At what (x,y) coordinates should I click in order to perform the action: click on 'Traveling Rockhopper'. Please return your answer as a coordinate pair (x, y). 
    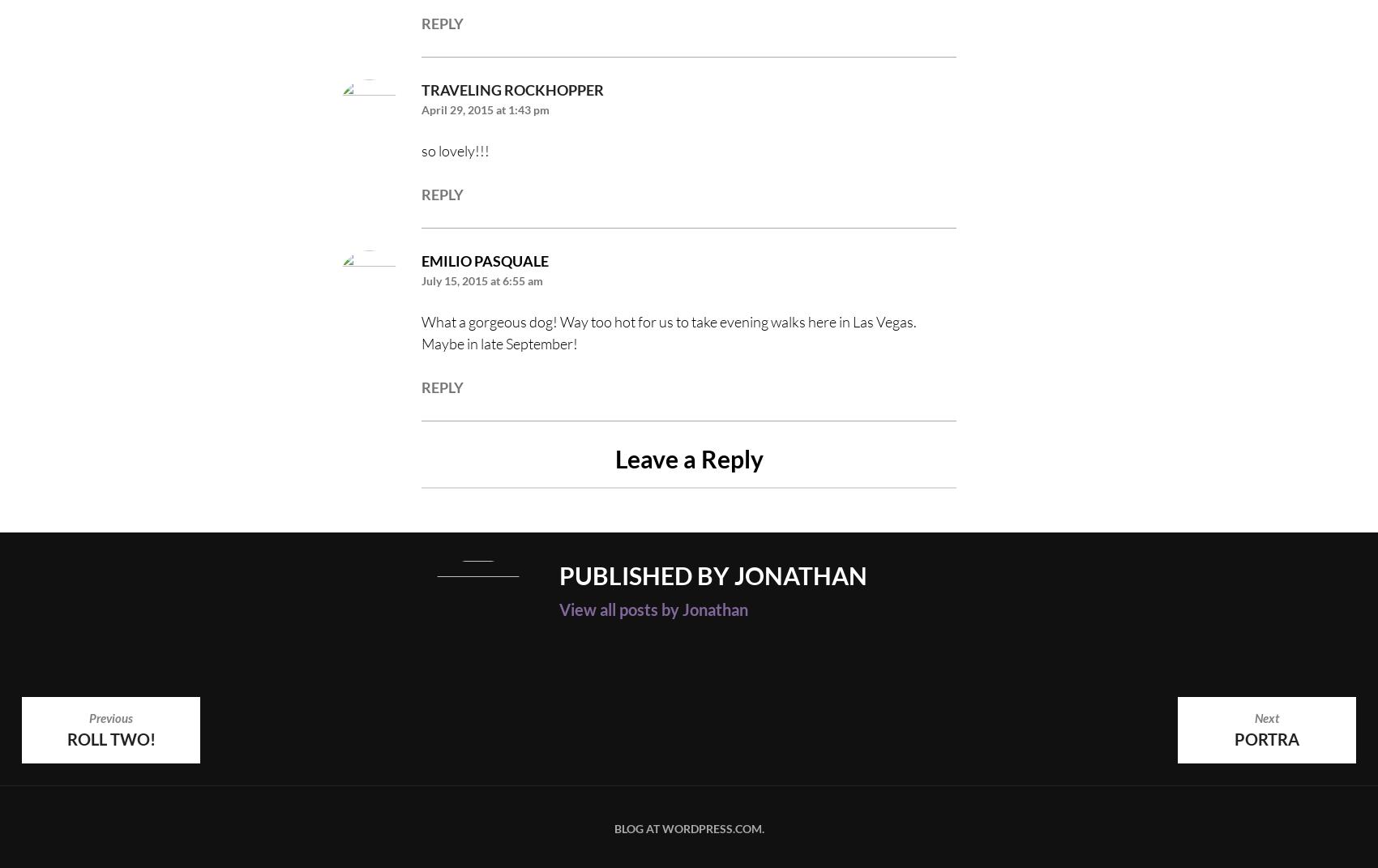
    Looking at the image, I should click on (422, 89).